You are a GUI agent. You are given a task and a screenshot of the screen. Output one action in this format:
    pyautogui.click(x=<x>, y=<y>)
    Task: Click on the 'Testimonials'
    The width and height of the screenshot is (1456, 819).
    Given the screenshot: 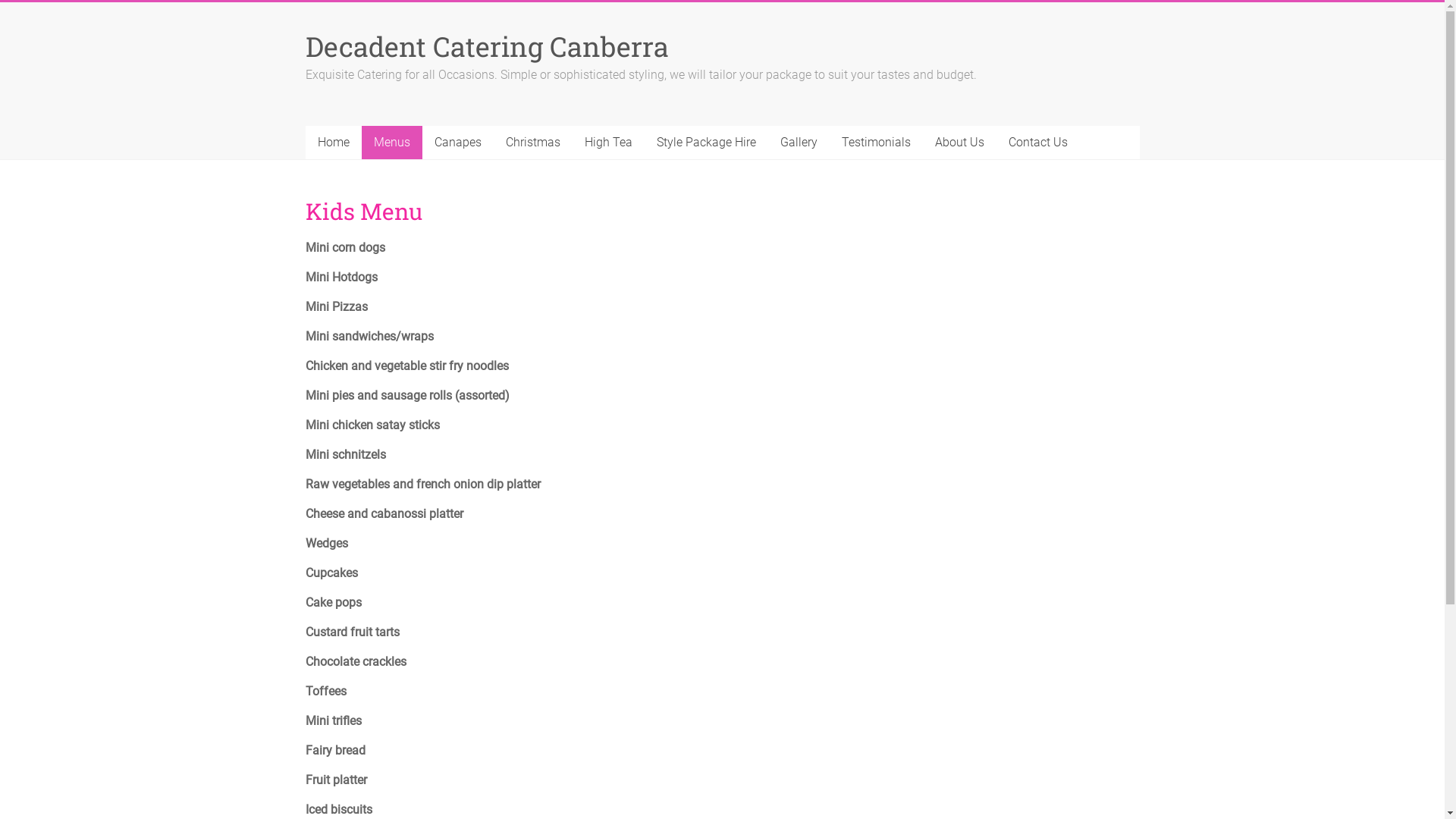 What is the action you would take?
    pyautogui.click(x=876, y=143)
    